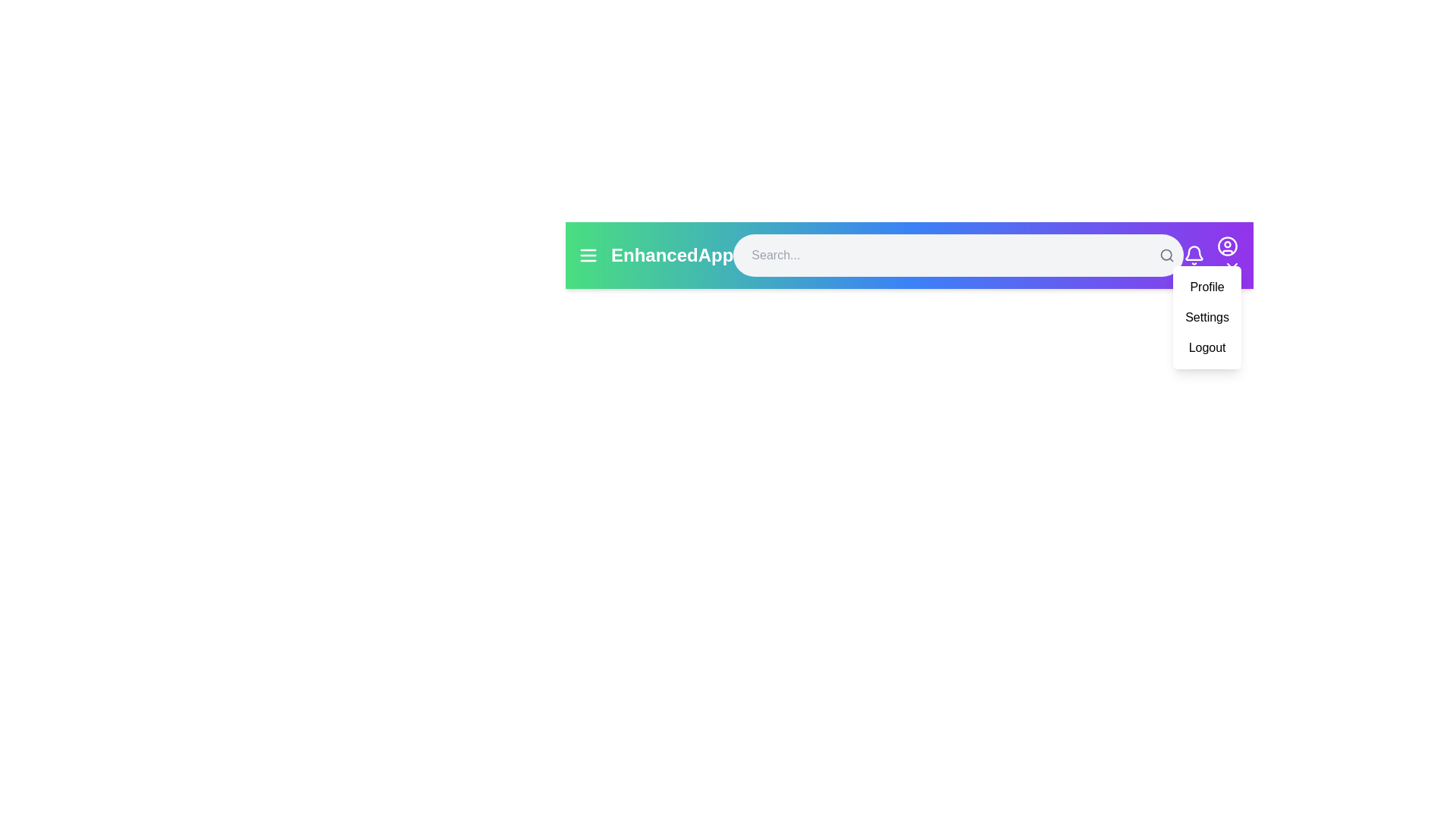  I want to click on the Logout option from the user menu, so click(1207, 348).